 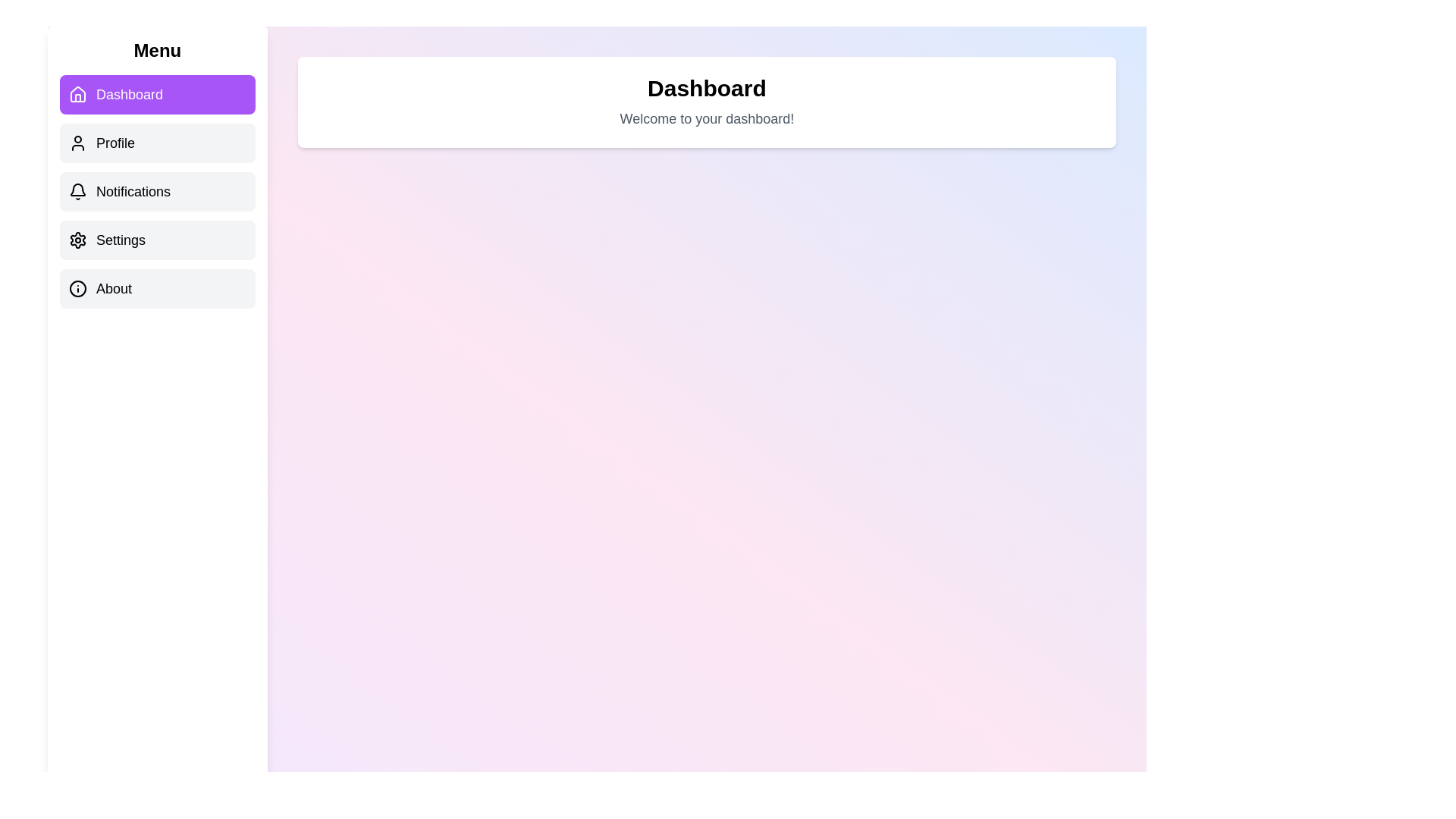 I want to click on the menu item Settings to observe its hover effect, so click(x=157, y=239).